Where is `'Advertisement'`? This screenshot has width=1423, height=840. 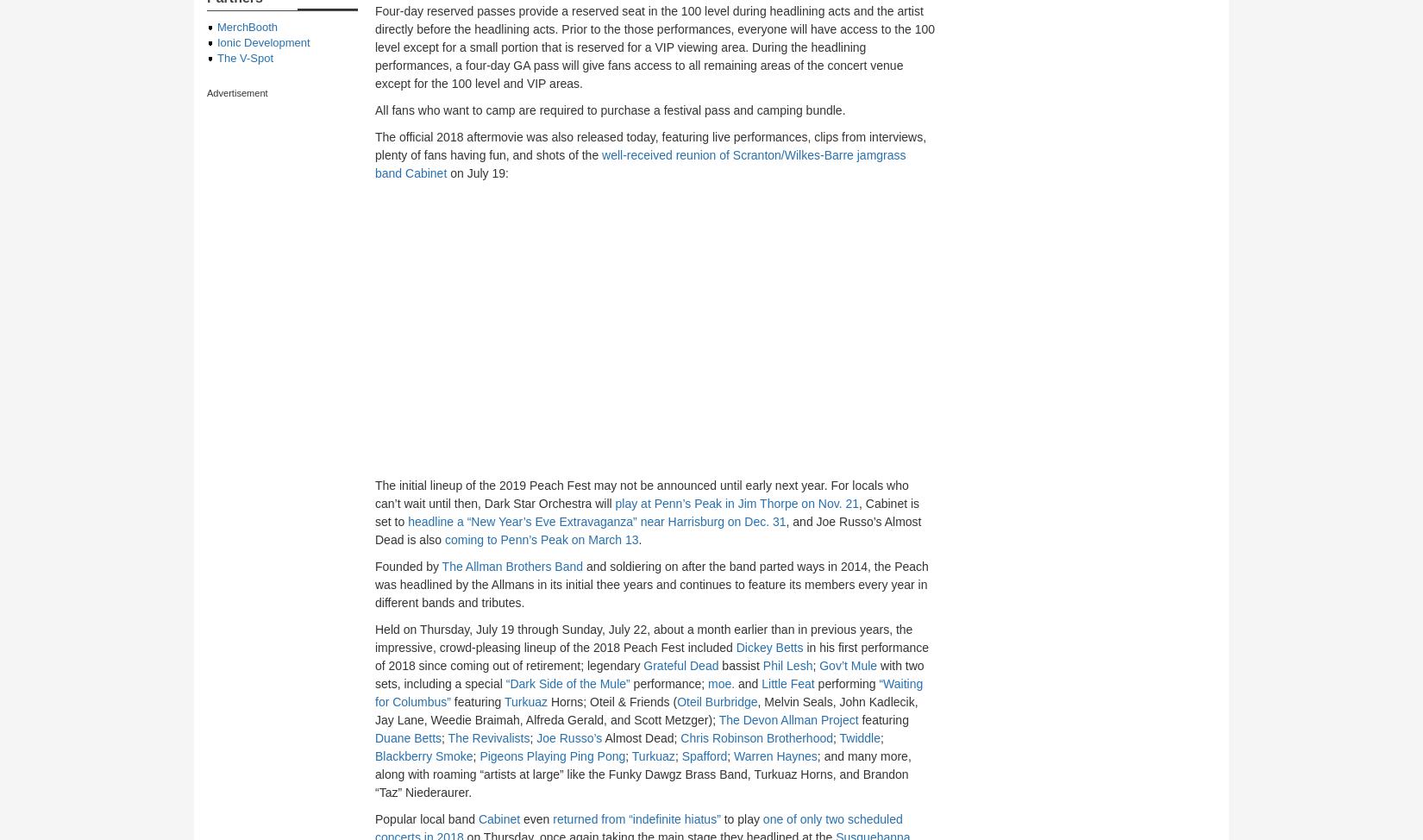
'Advertisement' is located at coordinates (237, 92).